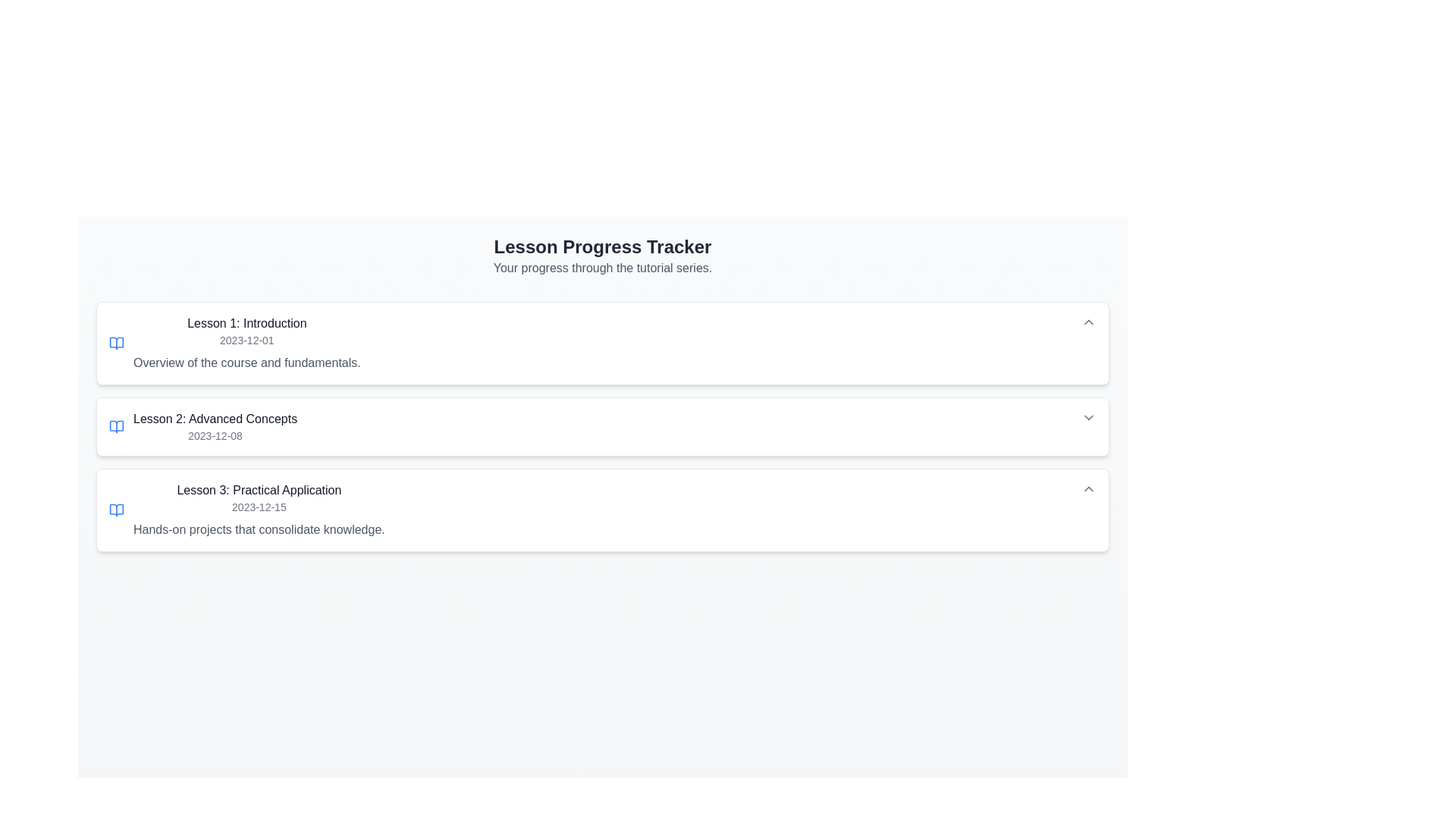 Image resolution: width=1456 pixels, height=819 pixels. Describe the element at coordinates (234, 343) in the screenshot. I see `on the first lesson overview item in the Lesson Progress Tracker` at that location.